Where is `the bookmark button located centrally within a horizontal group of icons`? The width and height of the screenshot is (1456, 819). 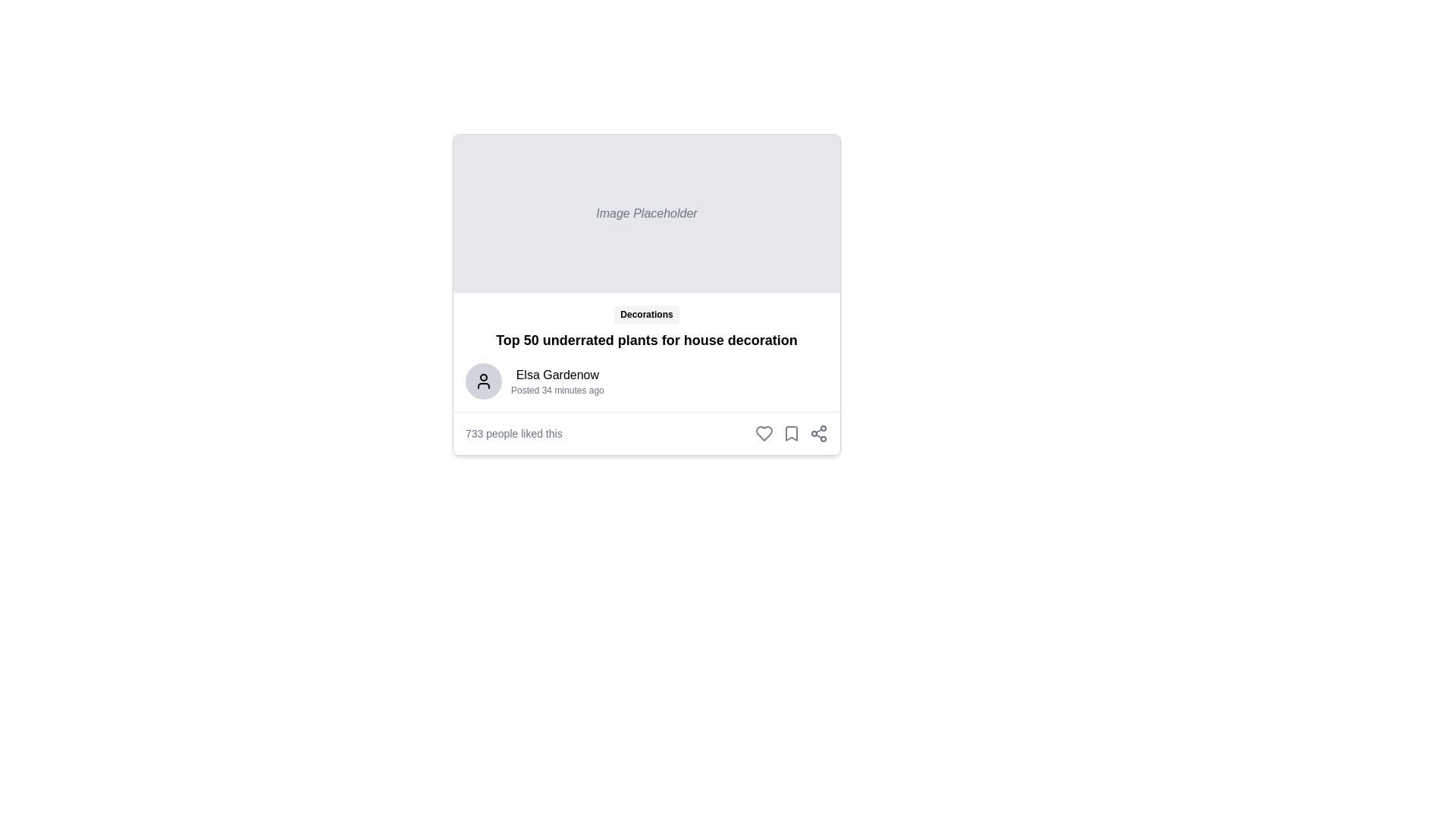 the bookmark button located centrally within a horizontal group of icons is located at coordinates (790, 433).